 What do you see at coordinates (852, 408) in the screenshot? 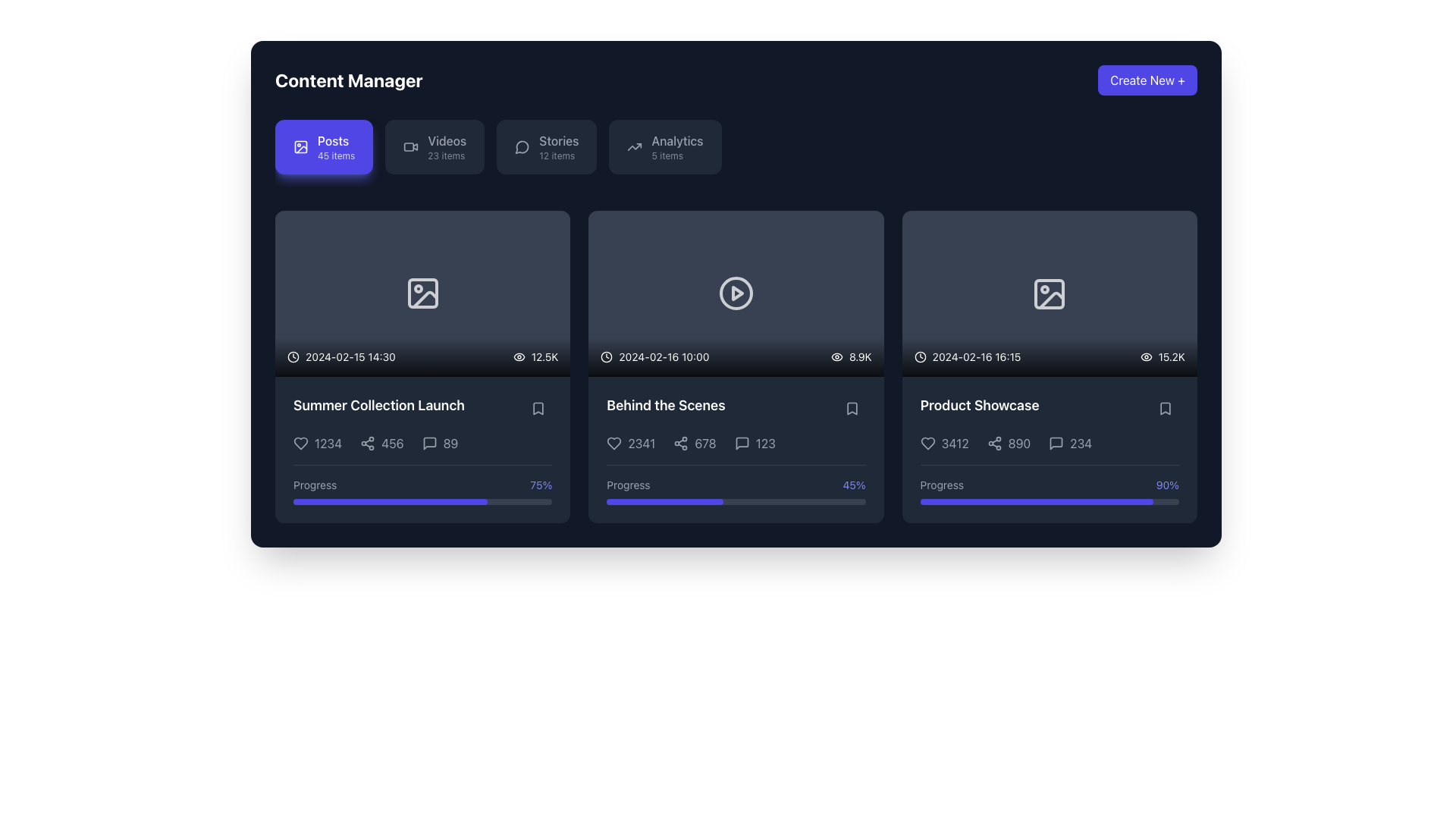
I see `the bookmark button located at the upper-right corner of the 'Behind the Scenes' card` at bounding box center [852, 408].